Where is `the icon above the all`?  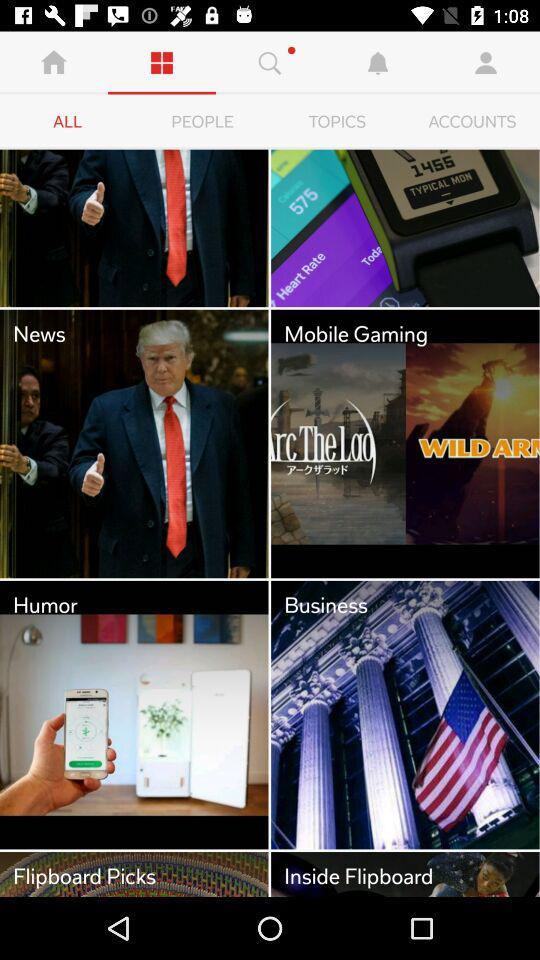 the icon above the all is located at coordinates (161, 62).